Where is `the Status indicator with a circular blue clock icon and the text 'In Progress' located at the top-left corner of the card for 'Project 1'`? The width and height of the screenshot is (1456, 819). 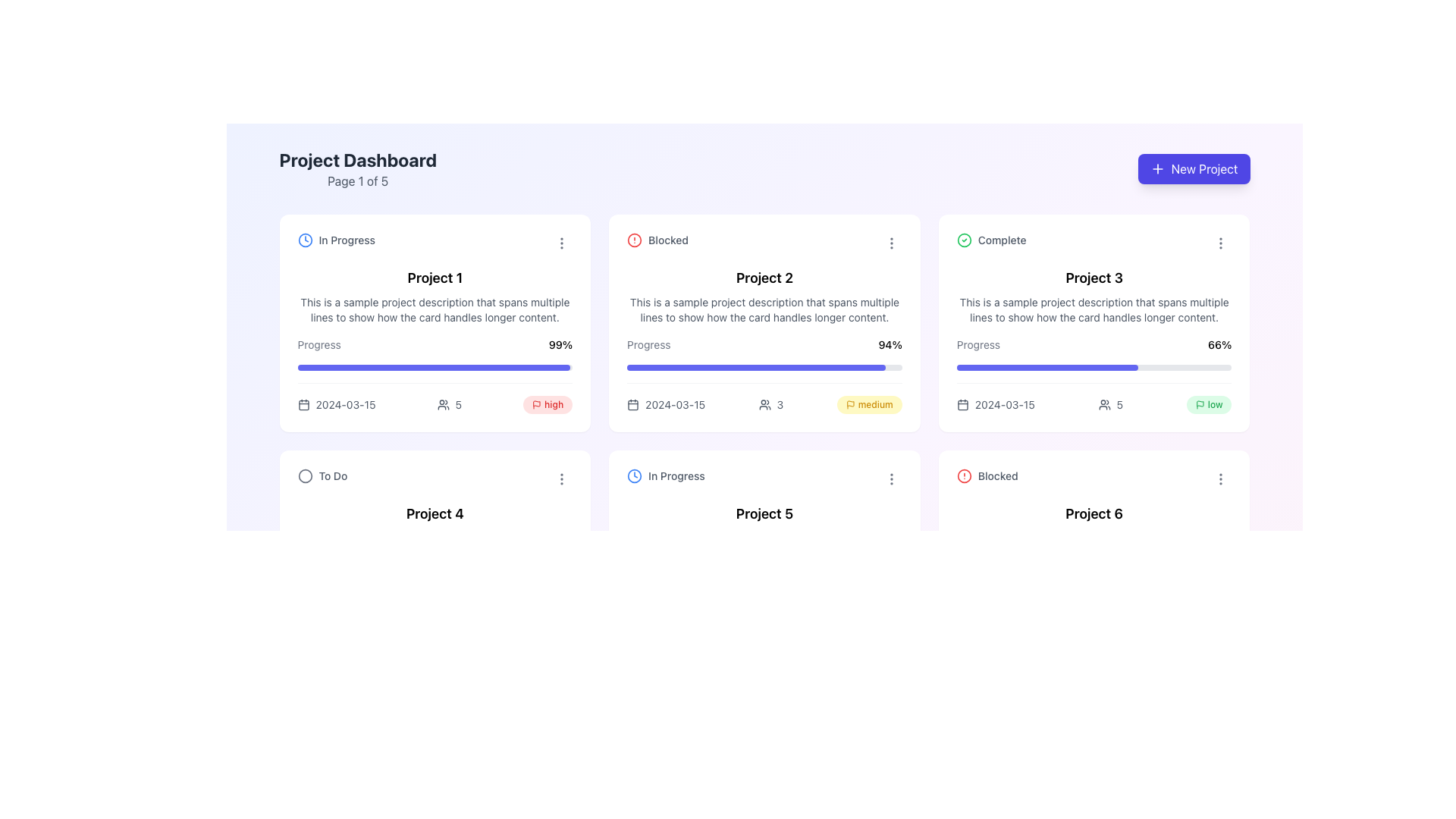 the Status indicator with a circular blue clock icon and the text 'In Progress' located at the top-left corner of the card for 'Project 1' is located at coordinates (335, 239).